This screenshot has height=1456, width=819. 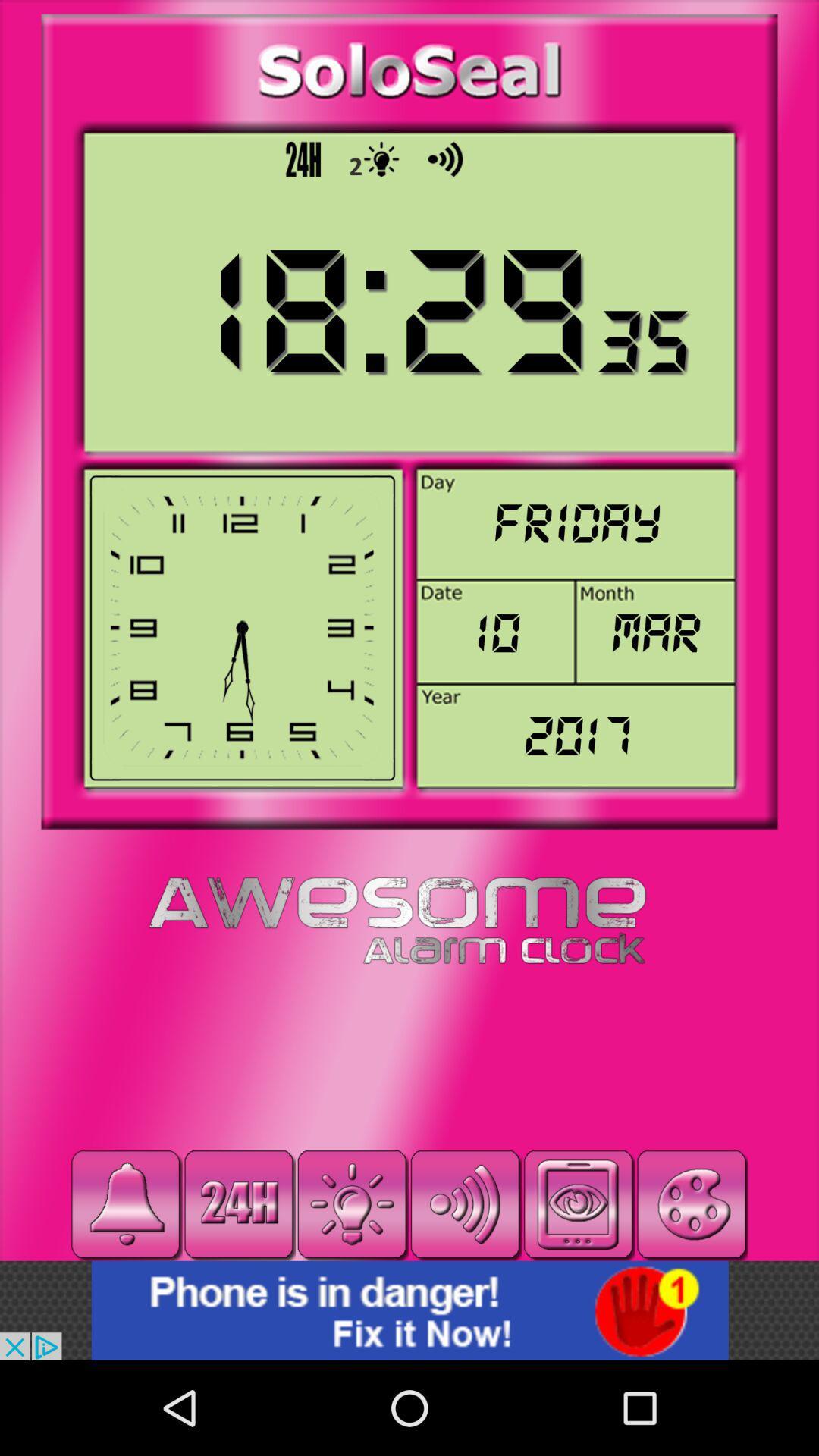 I want to click on sound increase, so click(x=464, y=1203).